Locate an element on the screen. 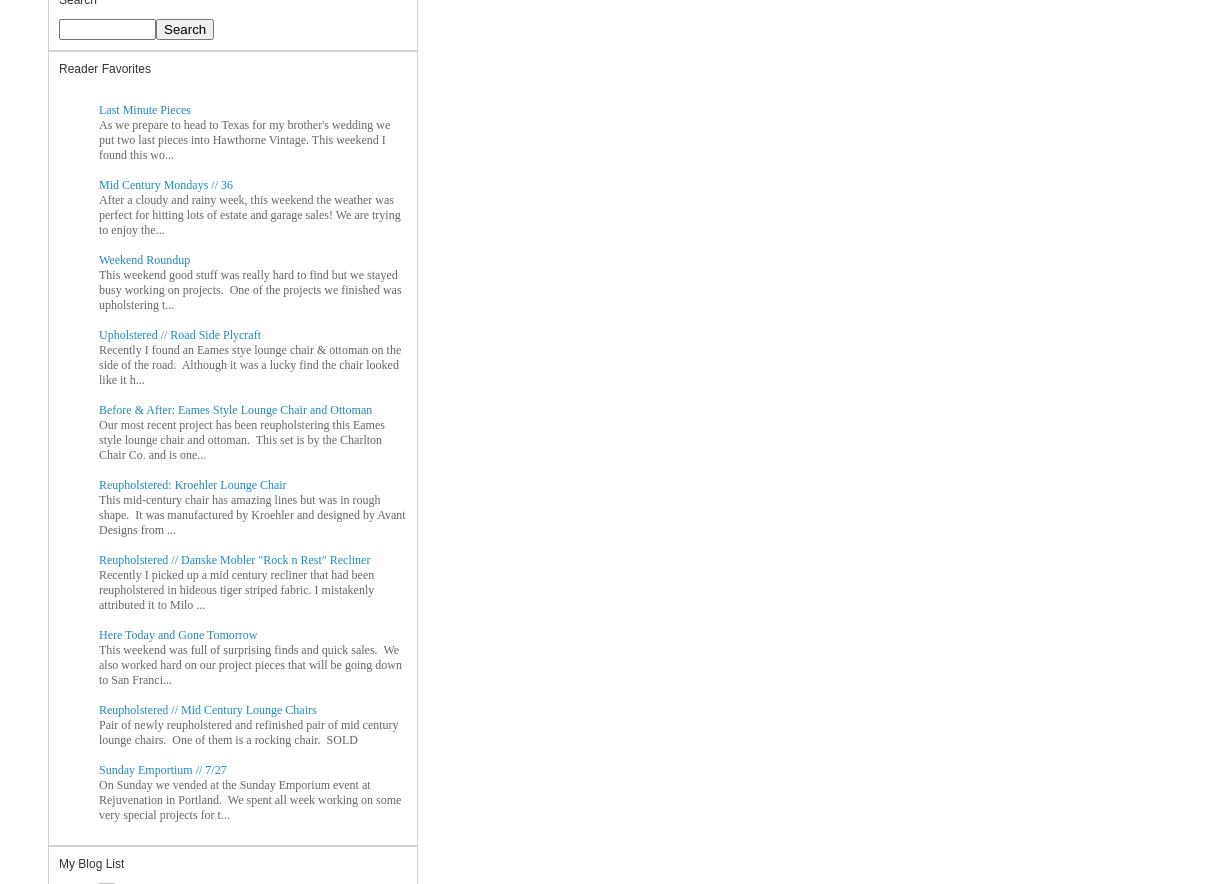  'This weekend was full of surprising finds and quick sales.  We also worked hard on our project pieces that will be going down to San Franci...' is located at coordinates (98, 663).